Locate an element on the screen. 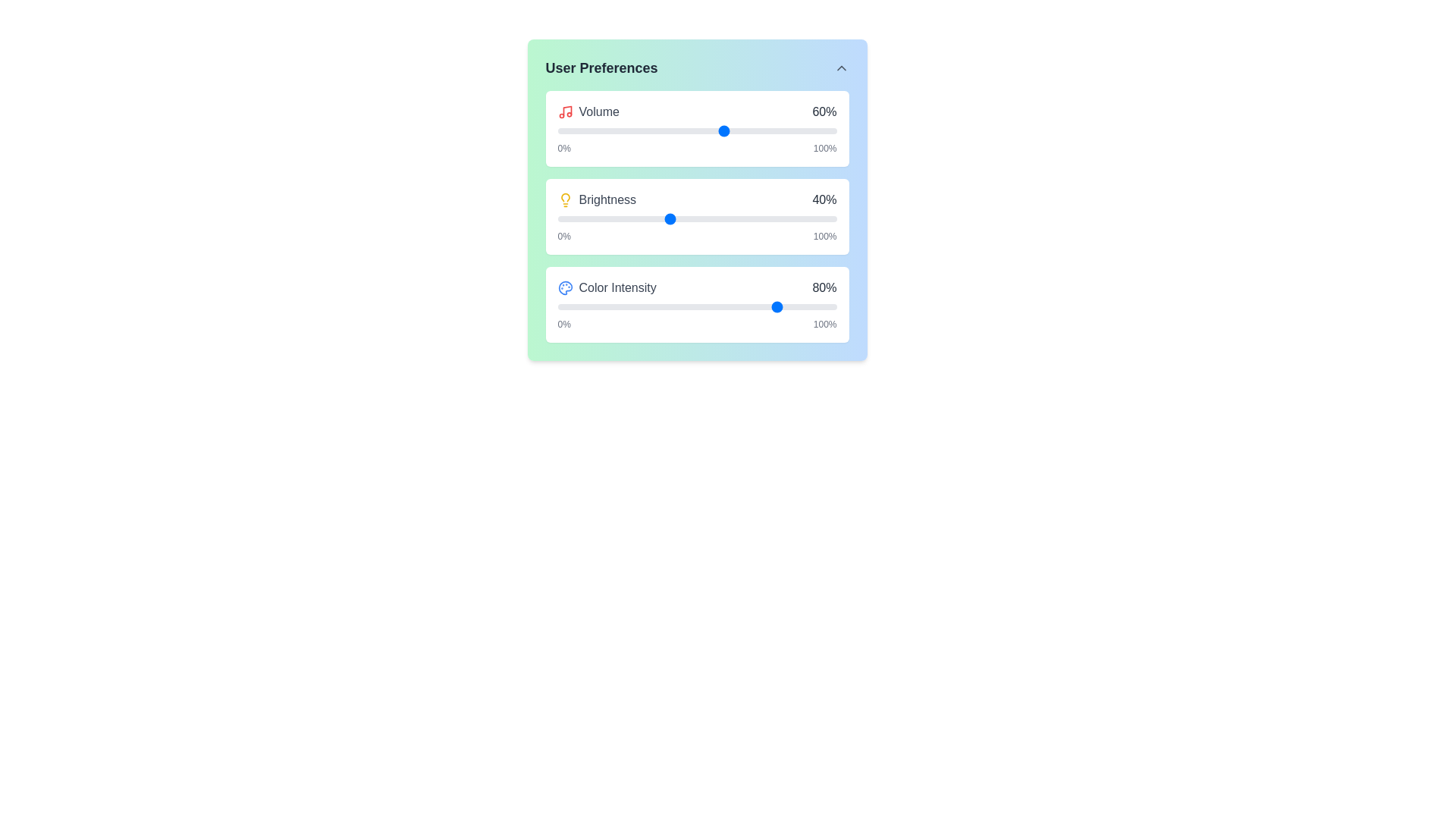 This screenshot has height=819, width=1456. brightness is located at coordinates (585, 219).